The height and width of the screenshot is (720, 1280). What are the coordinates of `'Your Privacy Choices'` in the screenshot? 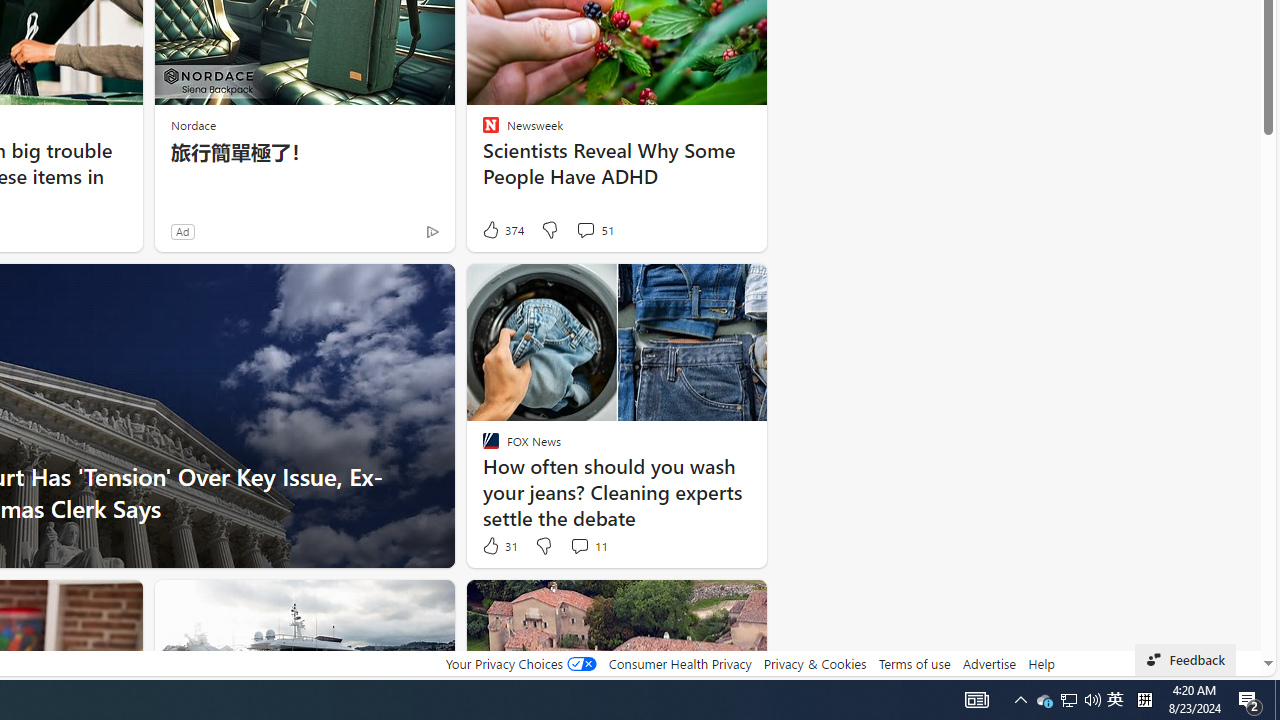 It's located at (520, 663).